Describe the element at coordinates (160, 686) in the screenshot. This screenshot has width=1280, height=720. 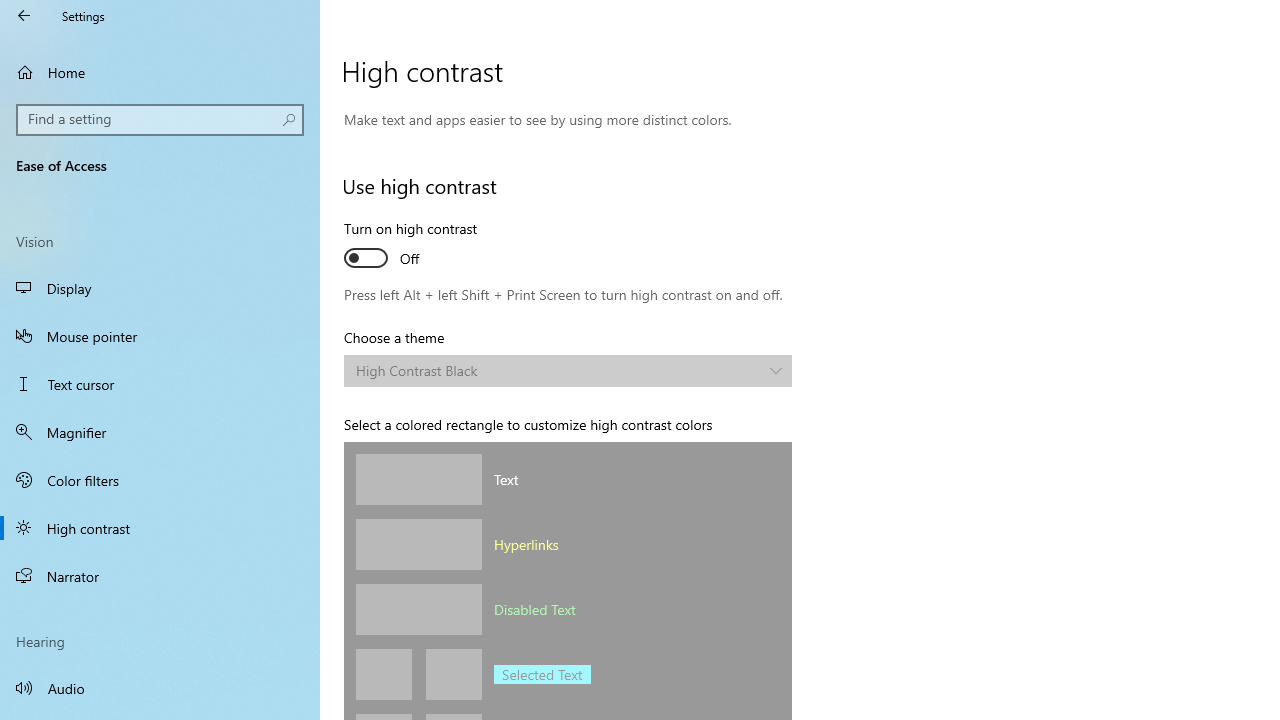
I see `'Audio'` at that location.